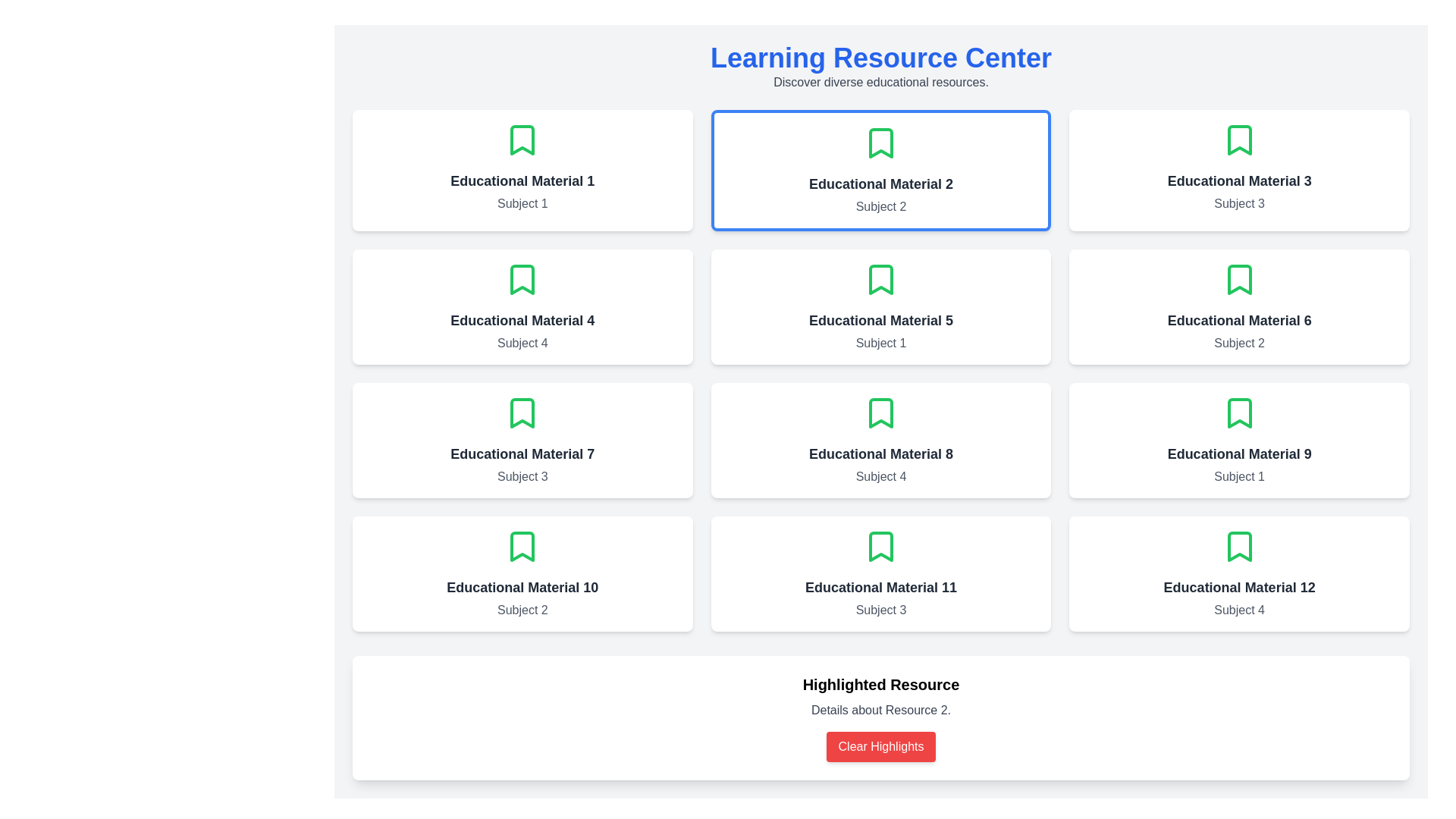  What do you see at coordinates (880, 711) in the screenshot?
I see `the static text label that provides details about 'Resource 2', located between the title 'Highlighted Resource' and the 'Clear Highlights' button` at bounding box center [880, 711].